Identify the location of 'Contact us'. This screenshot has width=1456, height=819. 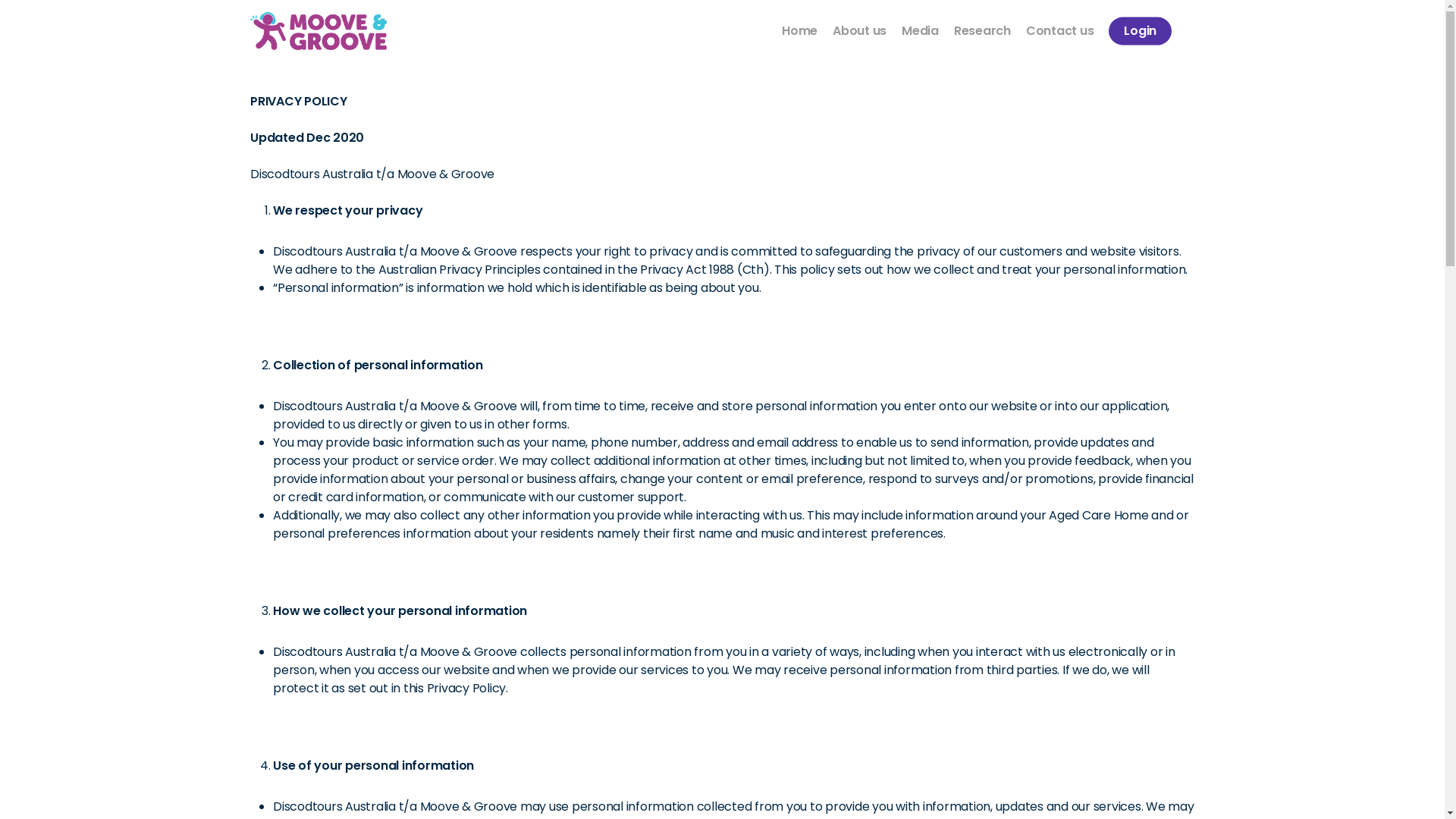
(1059, 31).